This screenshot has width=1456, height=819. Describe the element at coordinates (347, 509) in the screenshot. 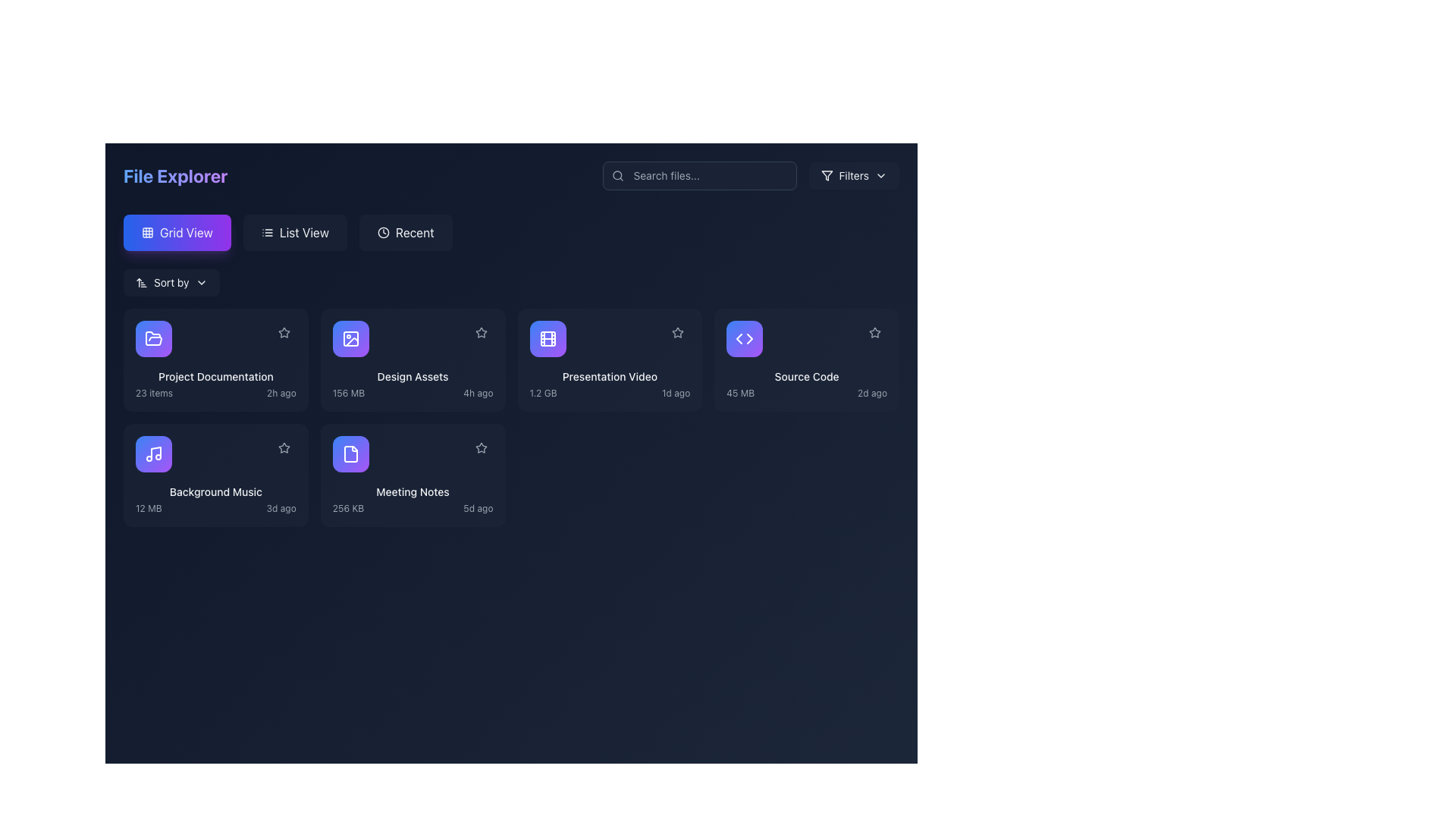

I see `the text label displaying '256 KB', which is positioned below the file title in the 'Meeting Notes' card, aligned to the left next to '5d ago'` at that location.